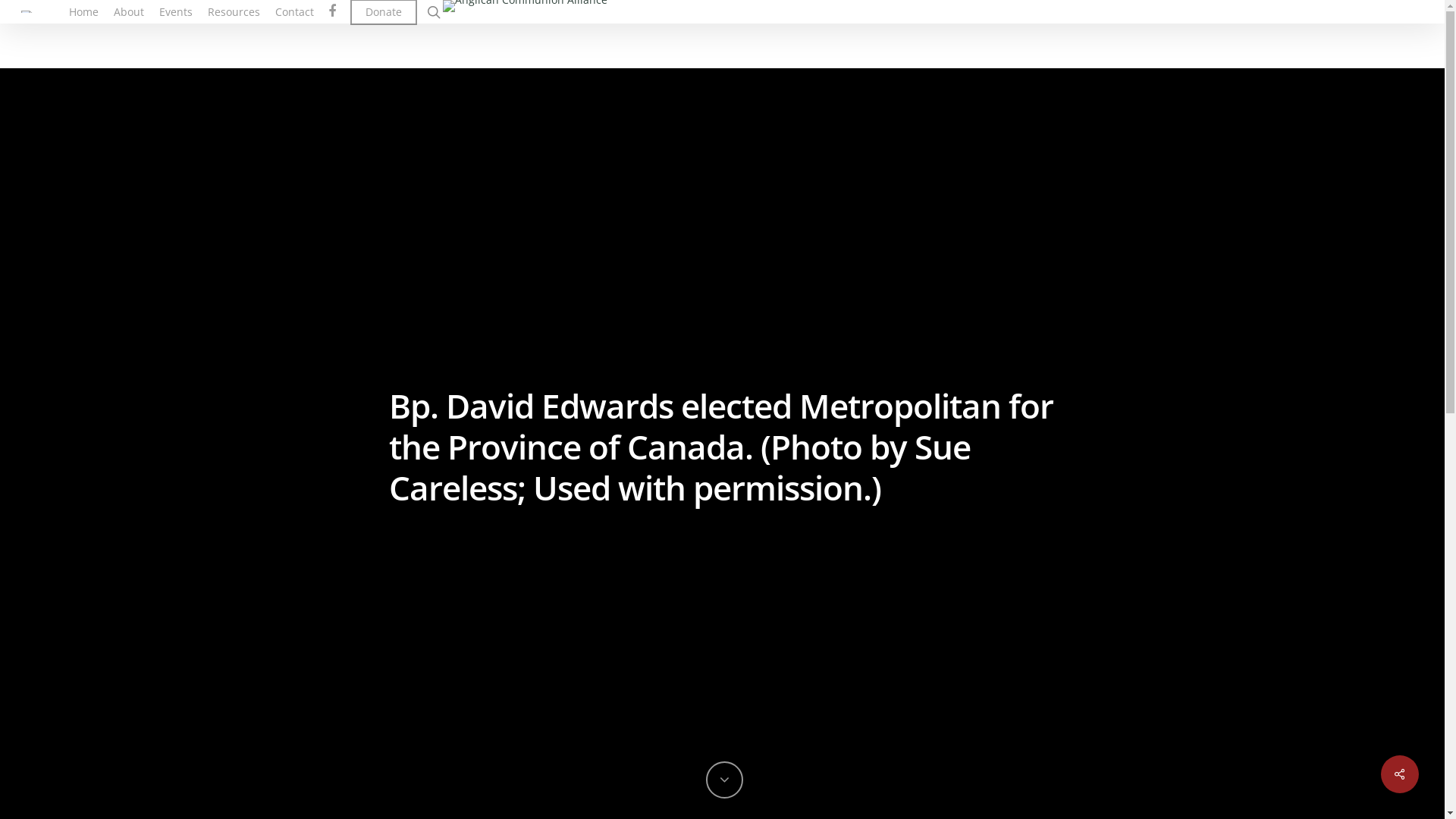 Image resolution: width=1456 pixels, height=819 pixels. Describe the element at coordinates (233, 11) in the screenshot. I see `'Resources'` at that location.